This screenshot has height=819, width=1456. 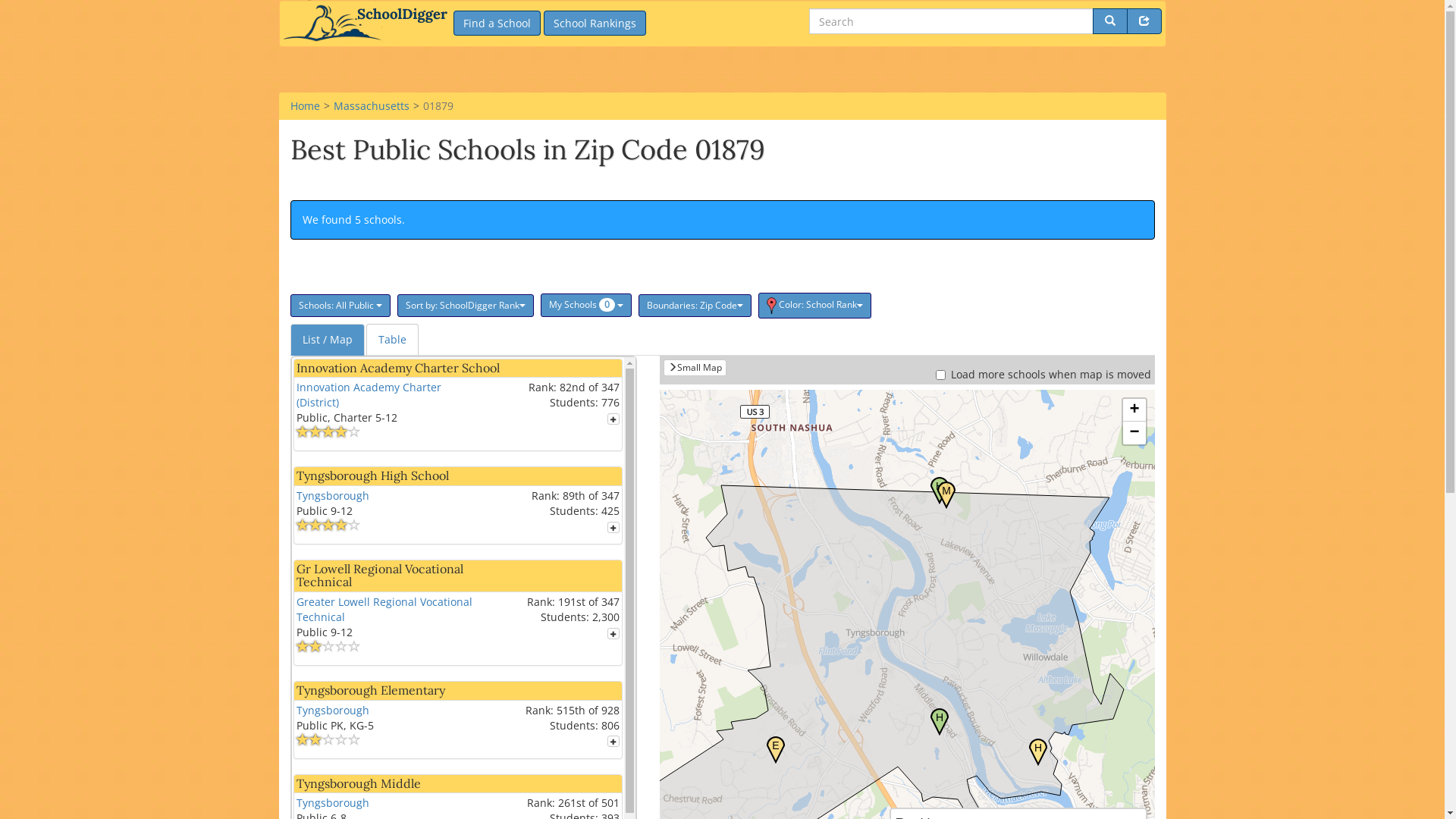 What do you see at coordinates (368, 394) in the screenshot?
I see `'Innovation Academy Charter (District)'` at bounding box center [368, 394].